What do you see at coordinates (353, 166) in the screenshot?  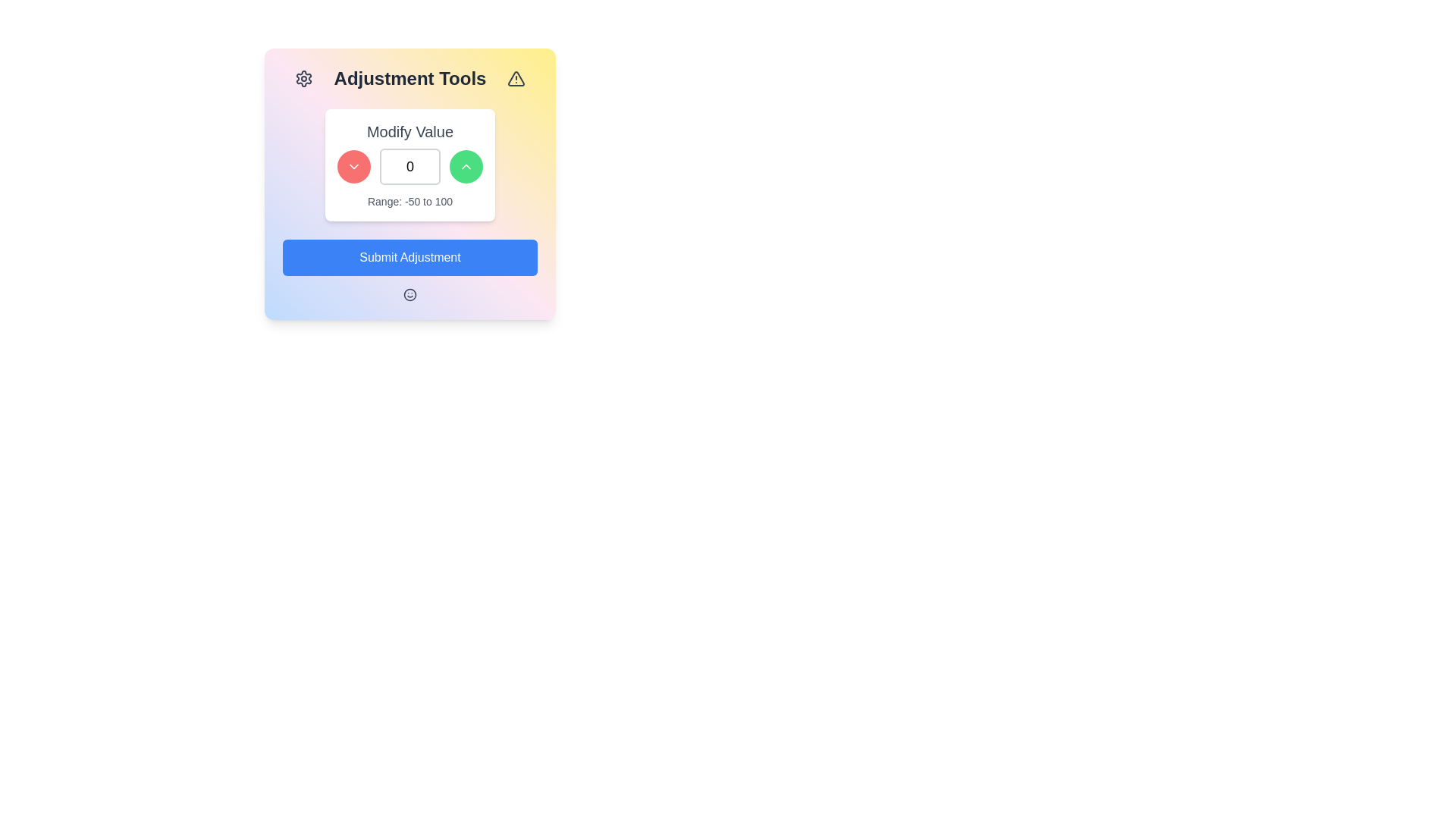 I see `the decrement button located on the left side of the value display field under the label 'Modify Value' for keyboard interaction` at bounding box center [353, 166].